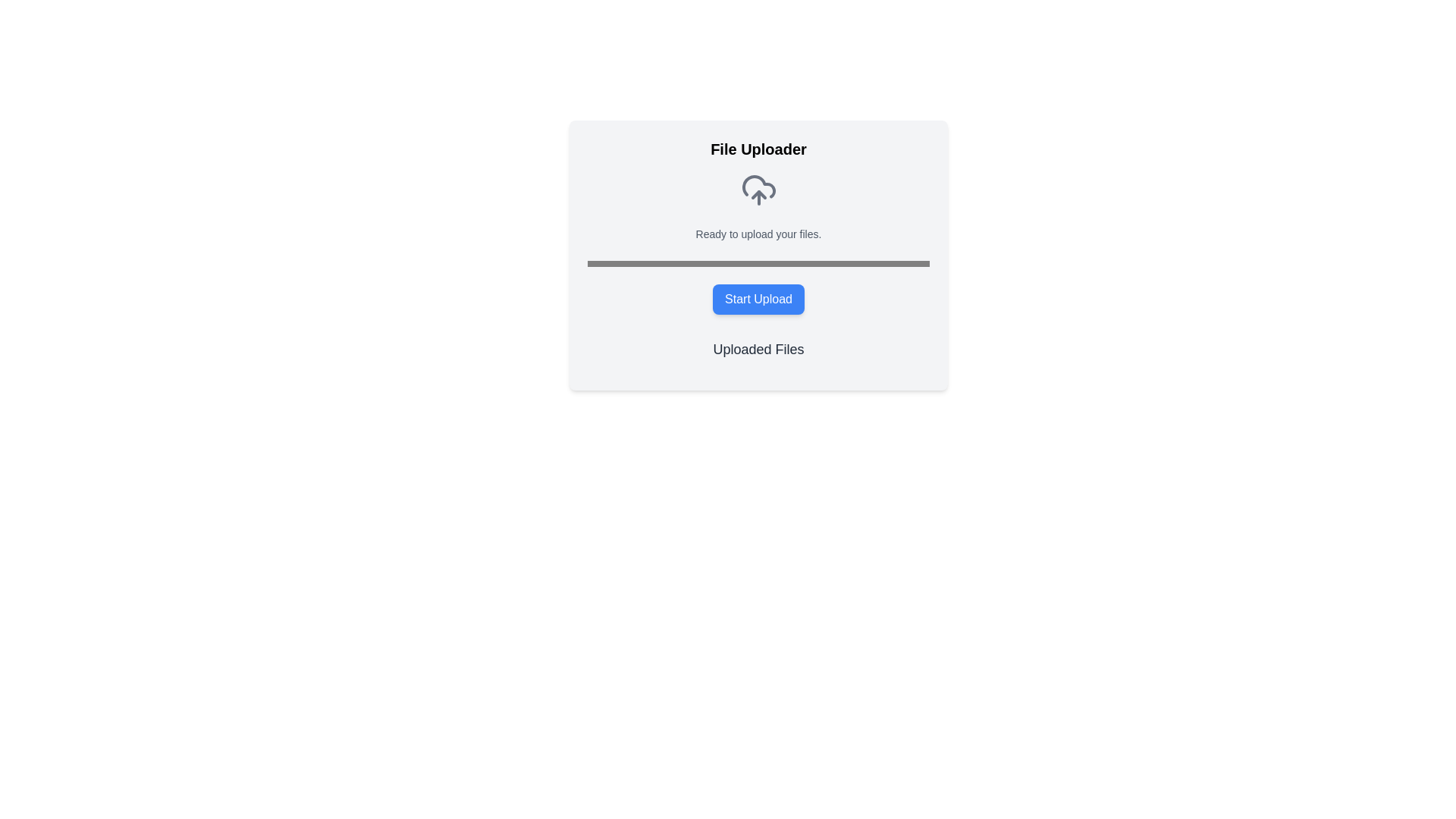 This screenshot has height=819, width=1456. I want to click on the file upload icon located below the 'File Uploader' heading and above the 'Ready to upload your files.' text to understand its purpose, so click(758, 189).